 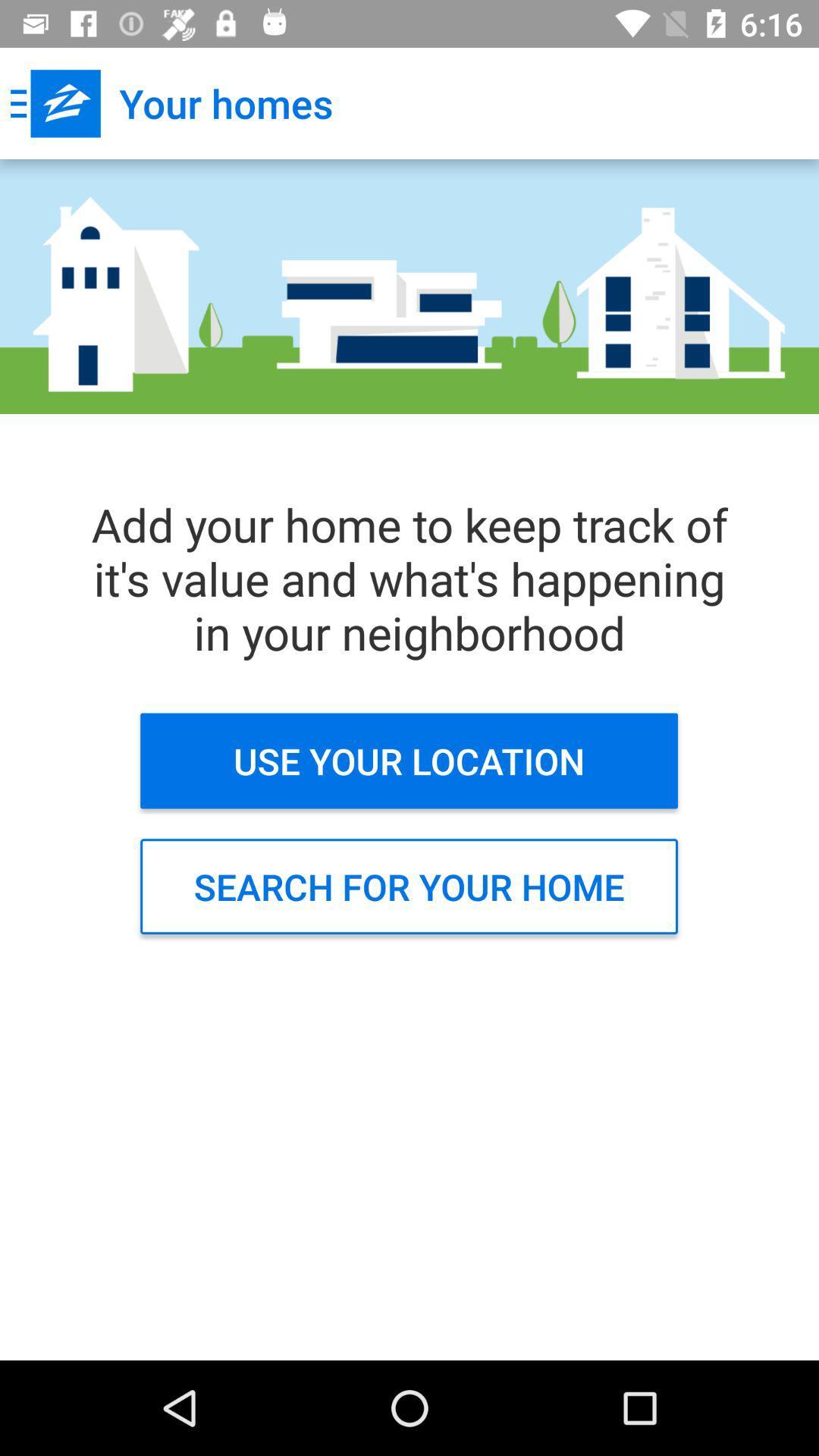 I want to click on the search for your icon, so click(x=408, y=886).